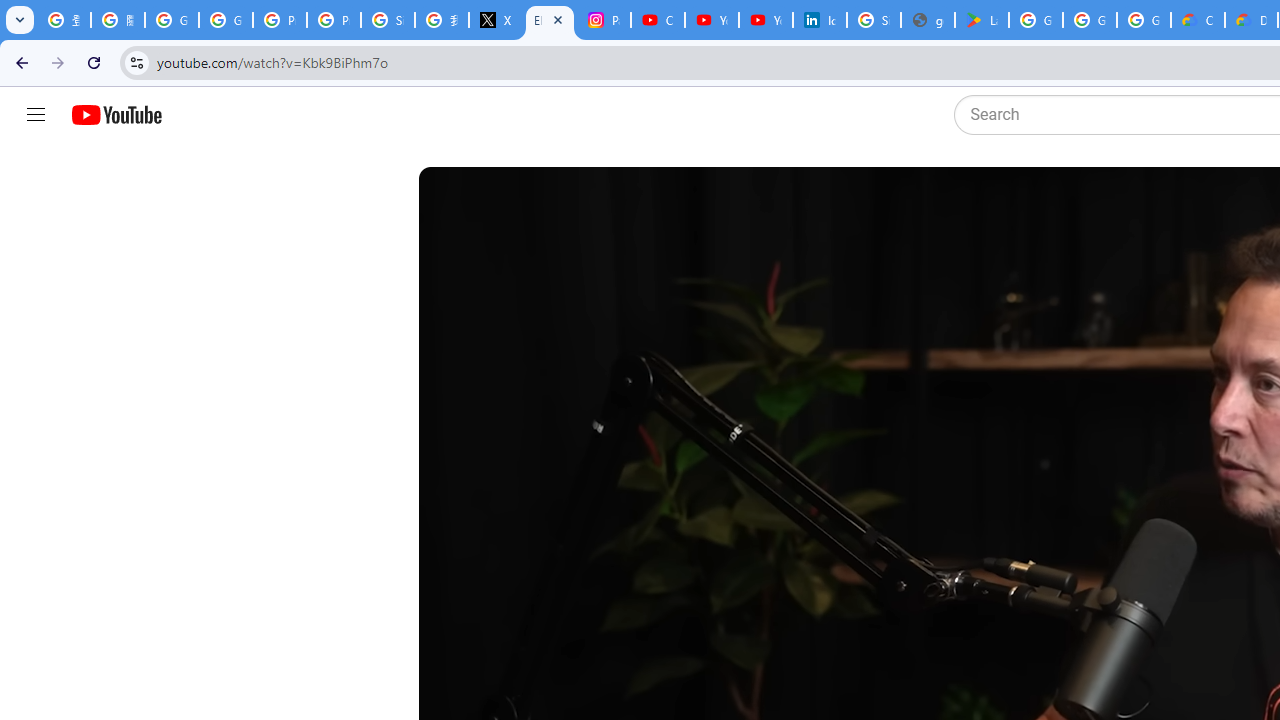 Image resolution: width=1280 pixels, height=720 pixels. Describe the element at coordinates (115, 115) in the screenshot. I see `'YouTube Home'` at that location.